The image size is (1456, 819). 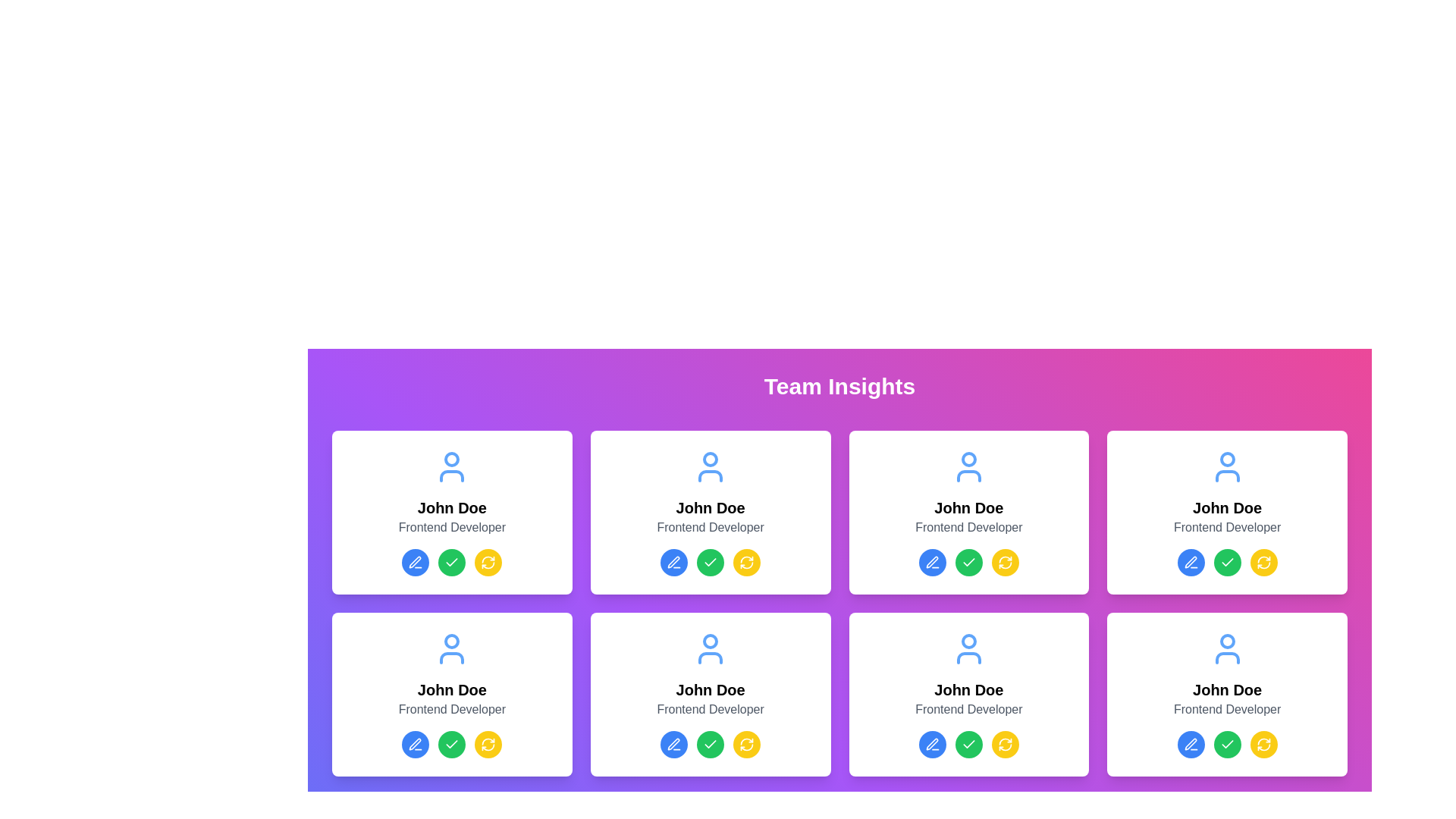 I want to click on the edit button located in the first card of the second row in the grid layout, which is part of a group of three circular buttons under the card's text content, so click(x=673, y=562).